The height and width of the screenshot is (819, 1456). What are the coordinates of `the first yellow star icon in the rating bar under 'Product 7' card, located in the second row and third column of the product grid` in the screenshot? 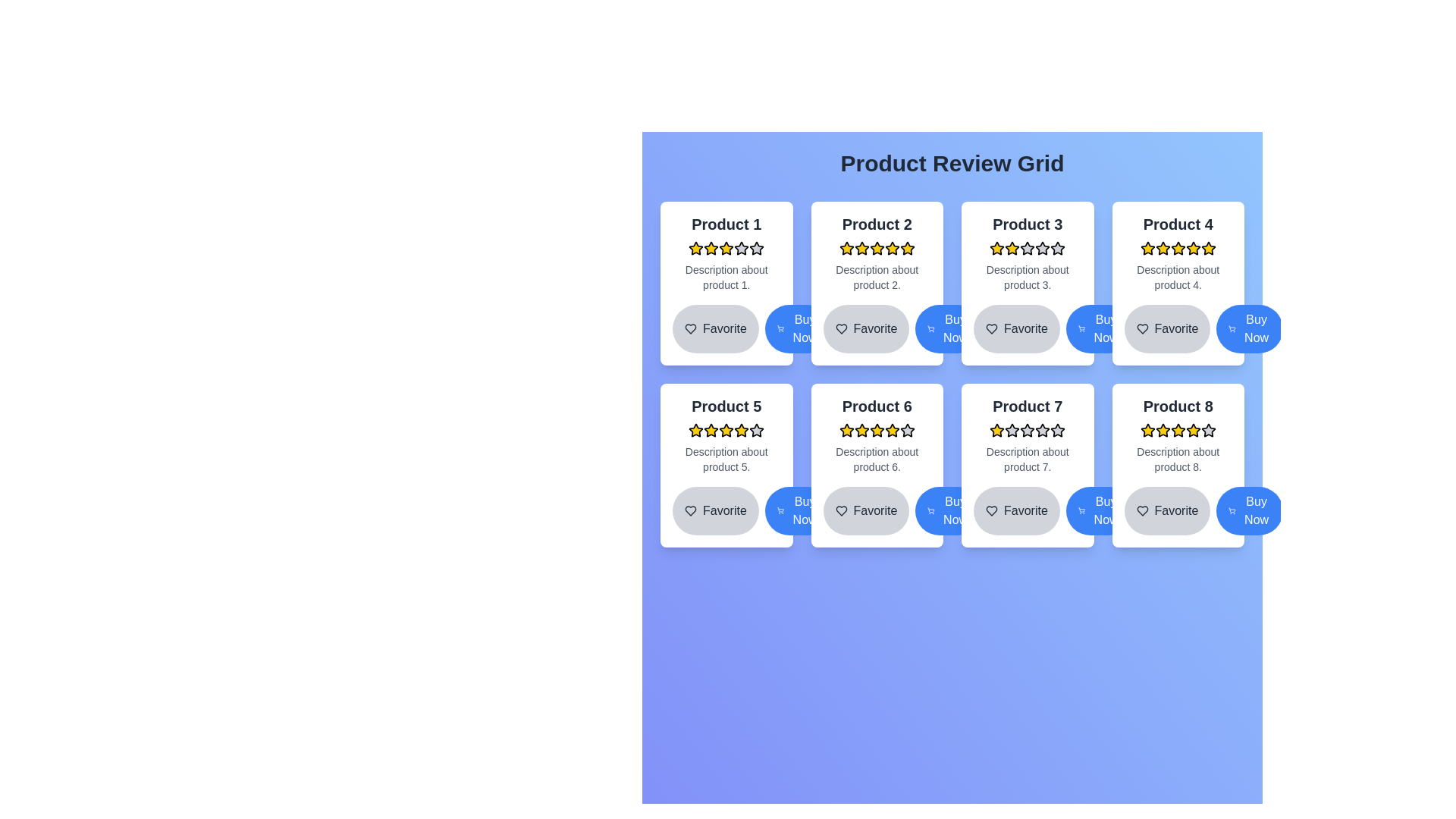 It's located at (997, 430).